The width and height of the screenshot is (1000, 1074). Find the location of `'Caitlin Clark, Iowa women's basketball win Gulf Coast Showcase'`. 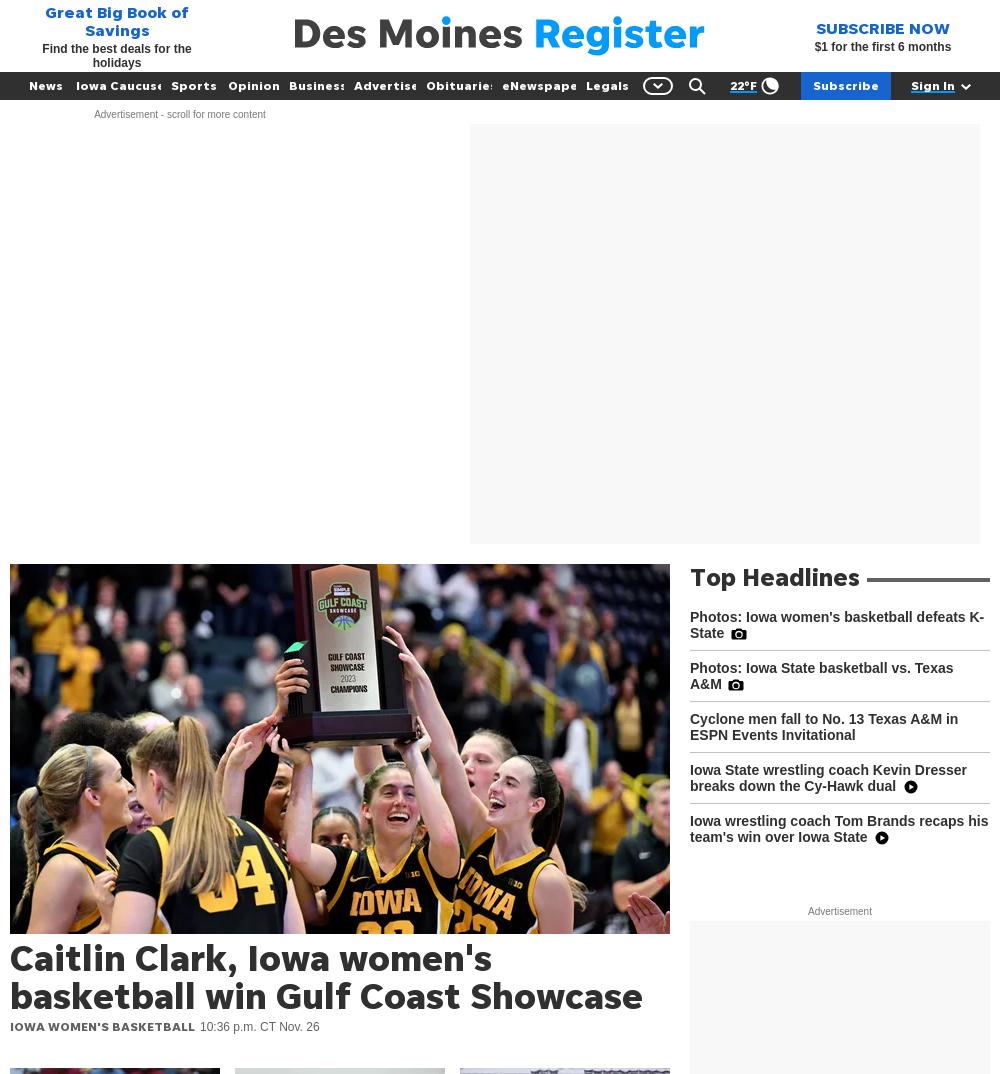

'Caitlin Clark, Iowa women's basketball win Gulf Coast Showcase' is located at coordinates (325, 975).